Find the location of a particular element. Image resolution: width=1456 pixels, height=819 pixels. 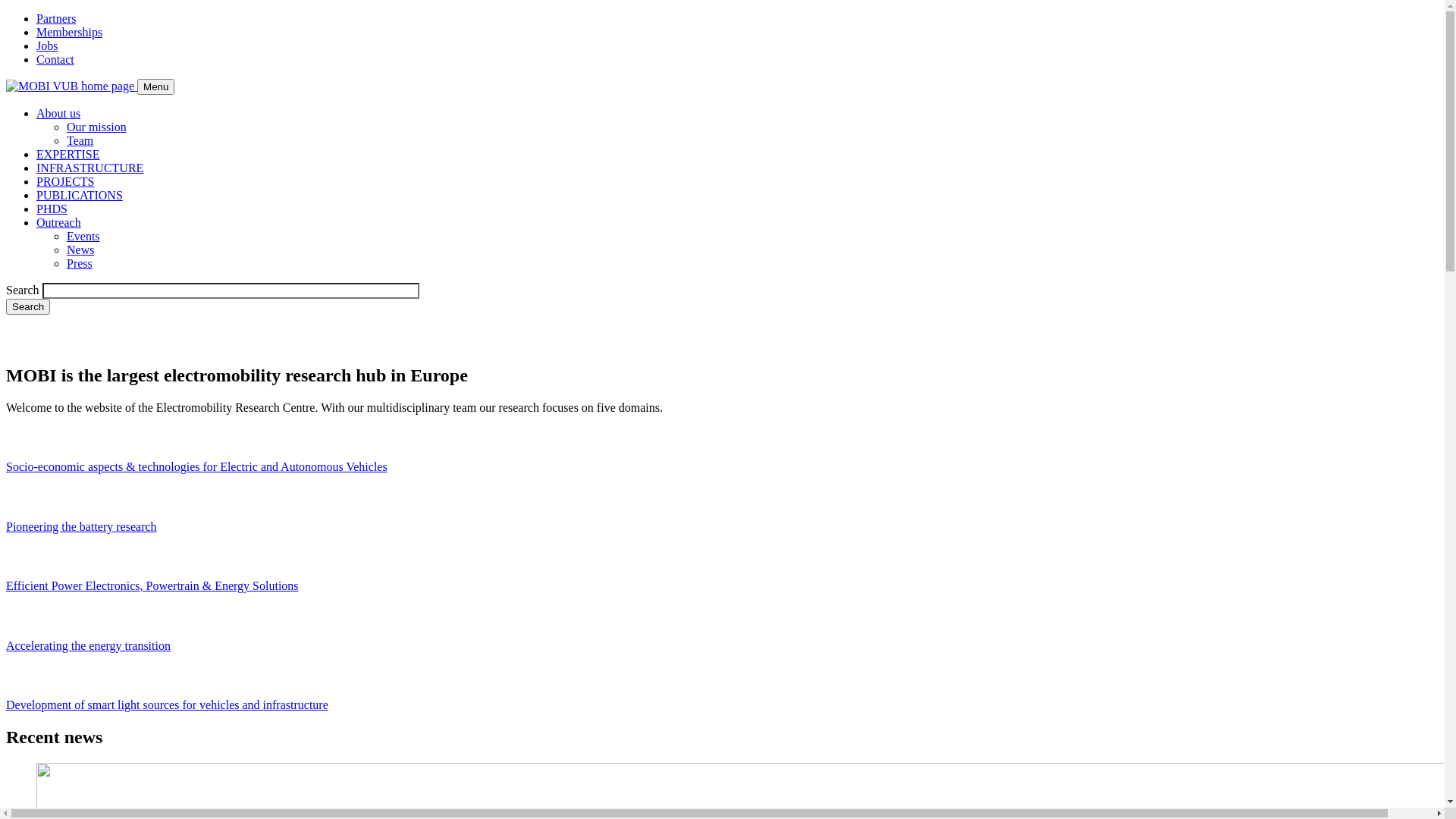

'Search' is located at coordinates (28, 306).